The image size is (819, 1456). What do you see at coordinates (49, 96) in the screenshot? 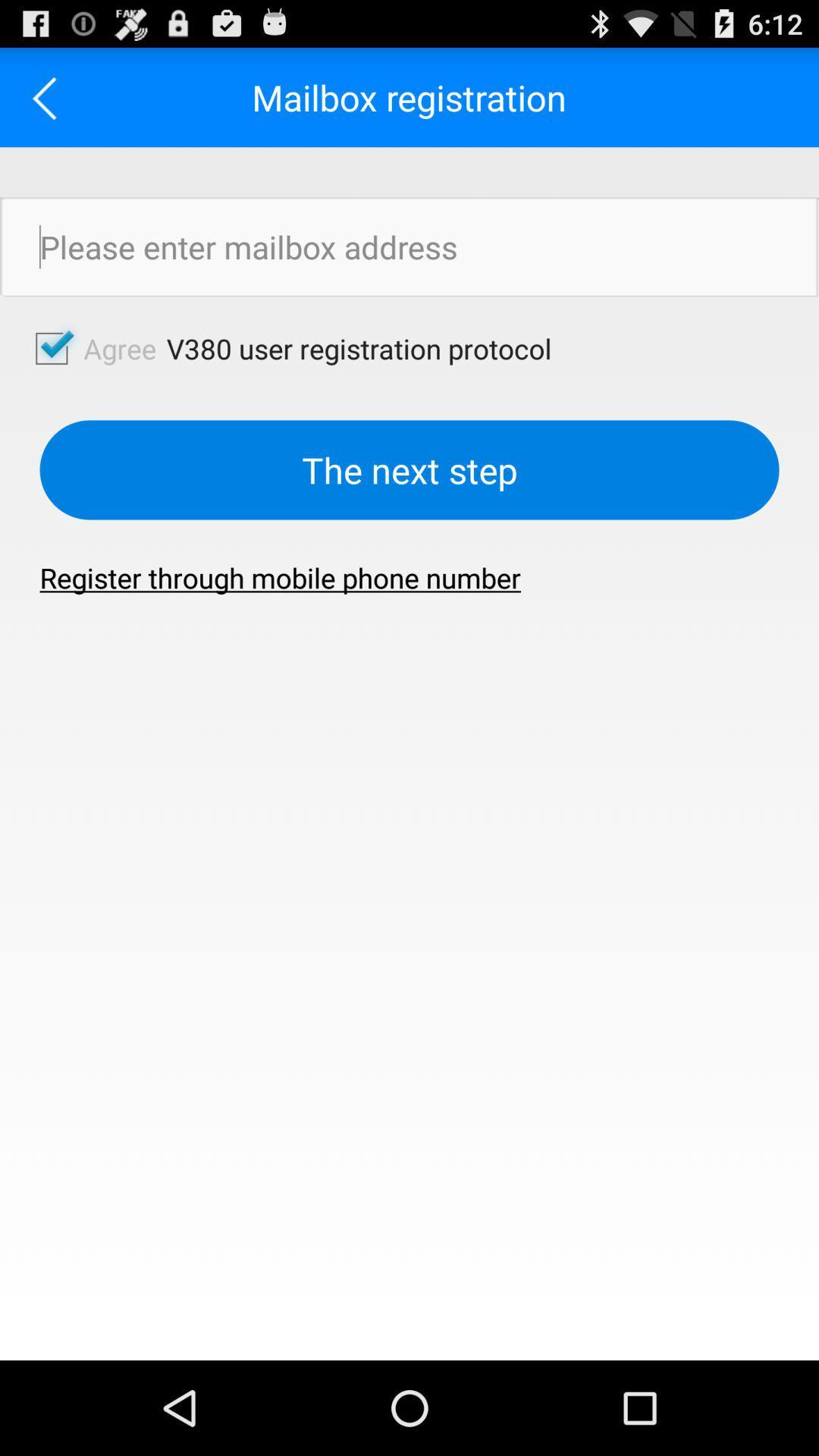
I see `the icon next to the mailbox registration app` at bounding box center [49, 96].